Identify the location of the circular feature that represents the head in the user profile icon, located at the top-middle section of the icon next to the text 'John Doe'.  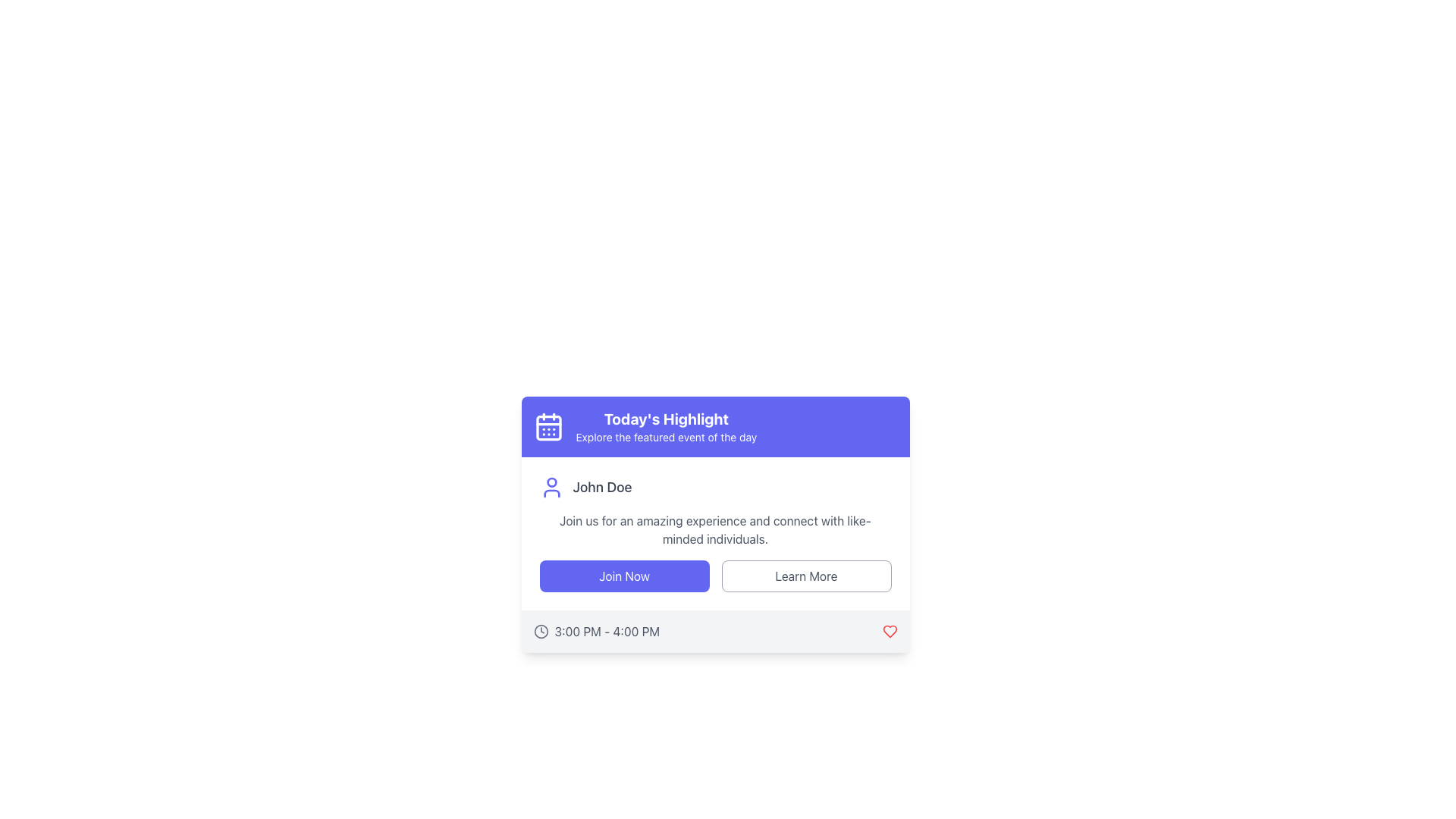
(551, 482).